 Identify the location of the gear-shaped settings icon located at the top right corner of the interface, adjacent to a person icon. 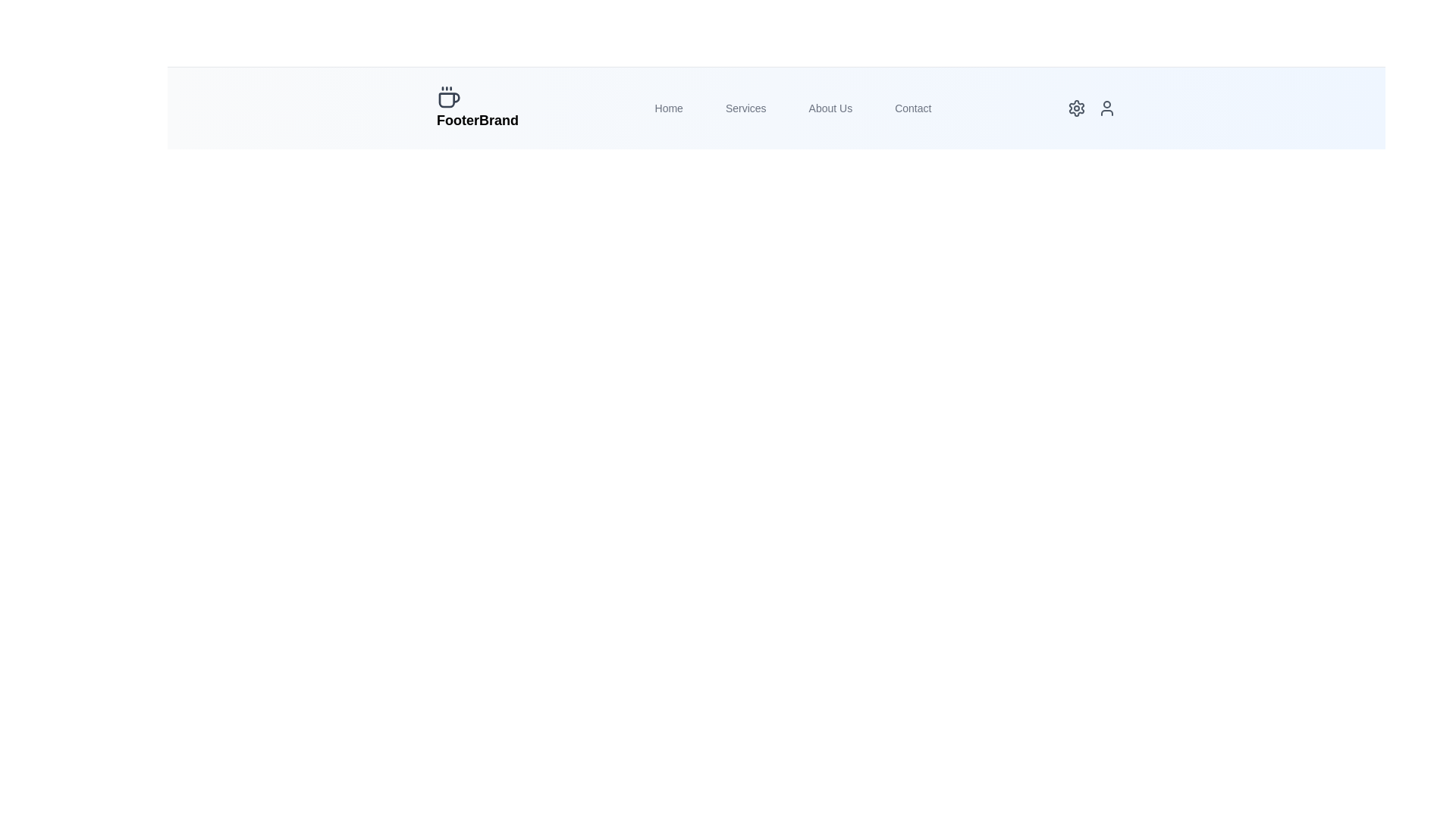
(1075, 107).